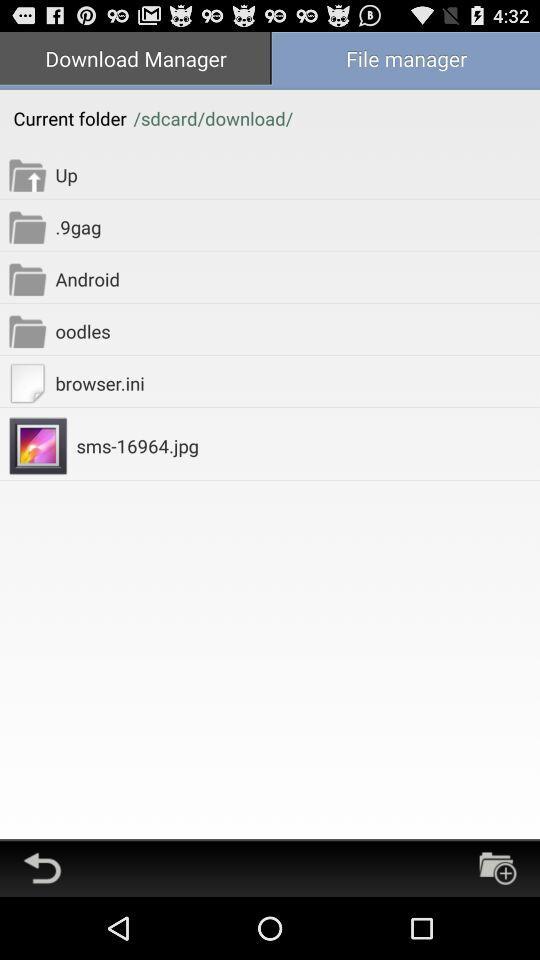 The width and height of the screenshot is (540, 960). I want to click on oodles app, so click(296, 331).